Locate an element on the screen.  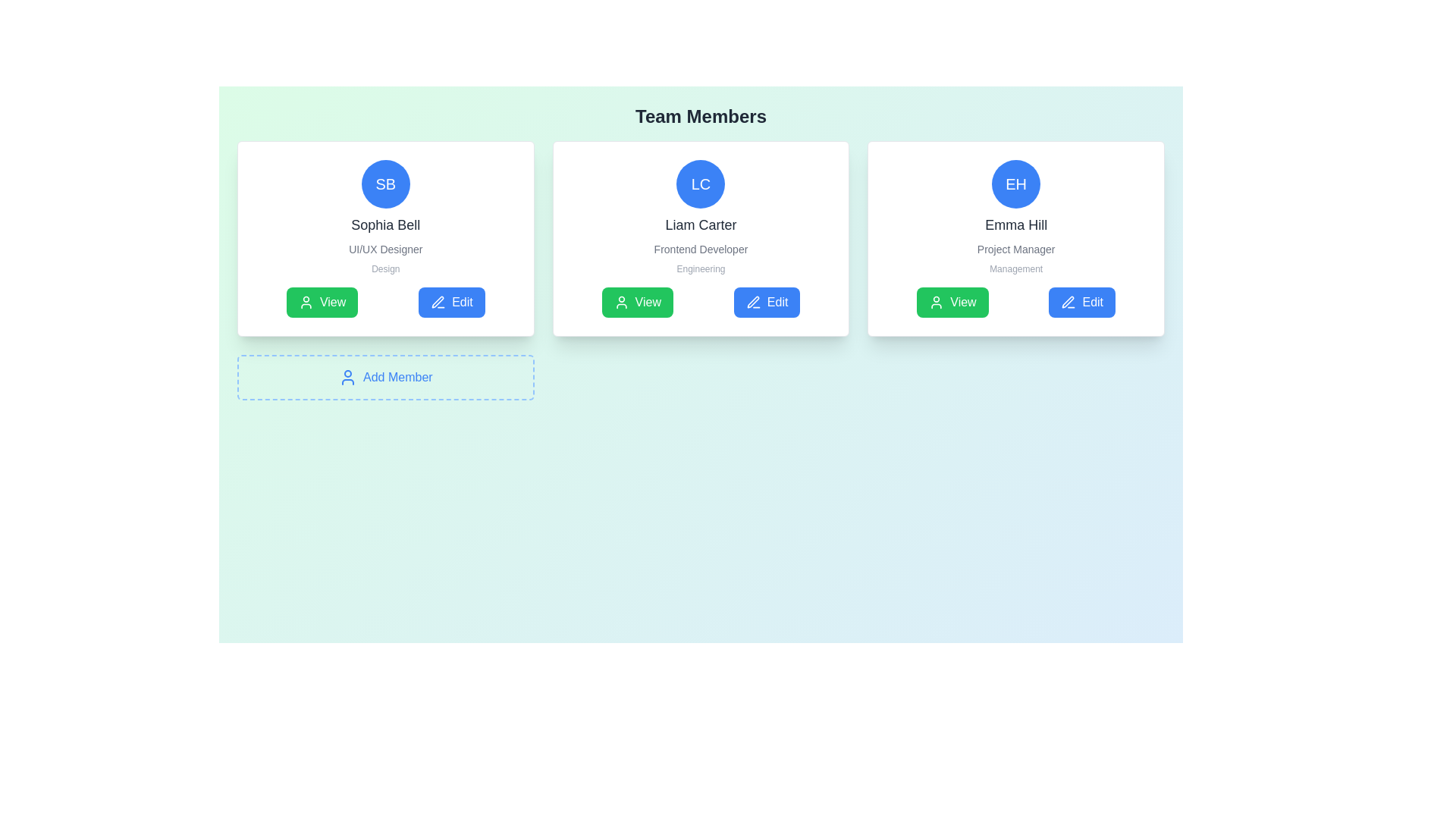
the 'Add Member' icon located near the bottom left of the interface, within the dashed rectangle labeled 'Add Member' is located at coordinates (347, 376).